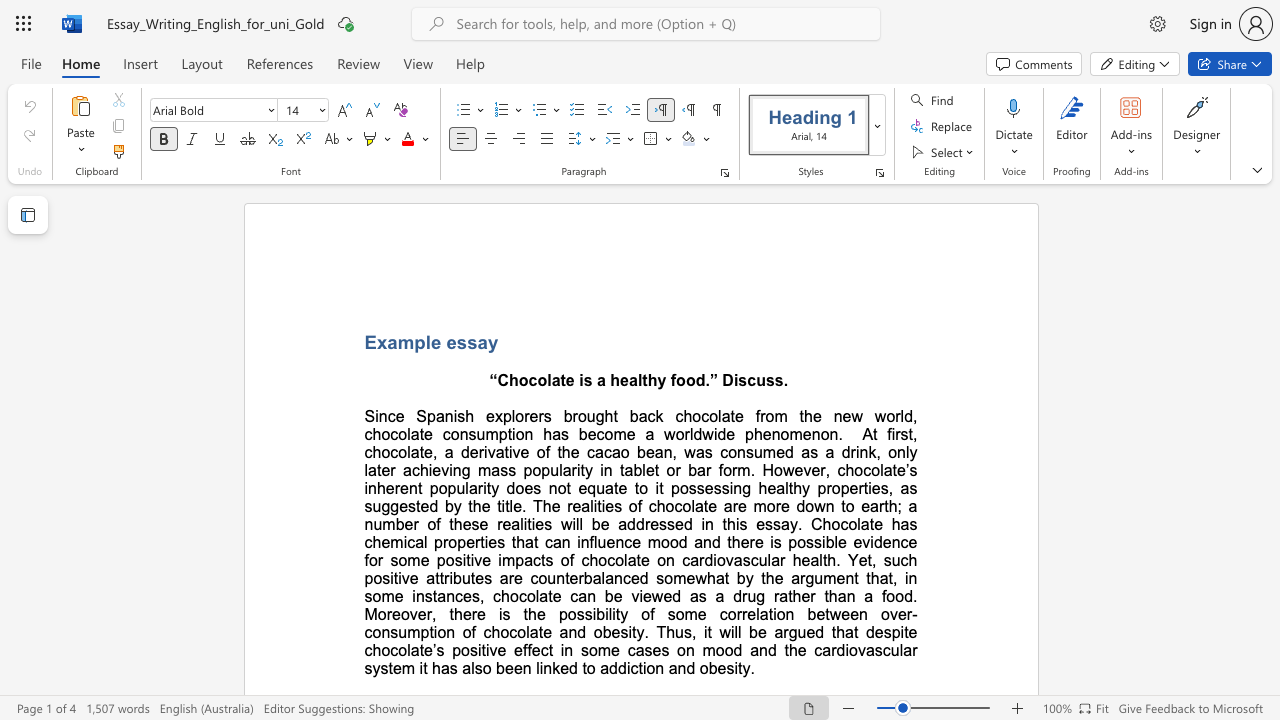  What do you see at coordinates (481, 650) in the screenshot?
I see `the subset text "tive effect i" within the text "the argument that, in some instances, chocolate can be viewed as a drug rather than a food. Moreover, there is the possibility of some correlation between over-consumption of chocolate and obesity. Thus, it will be argued that despite chocolate’s positive effect in some cases on mood and the cardiovascular system it has also been linked to addiction and obesity."` at bounding box center [481, 650].